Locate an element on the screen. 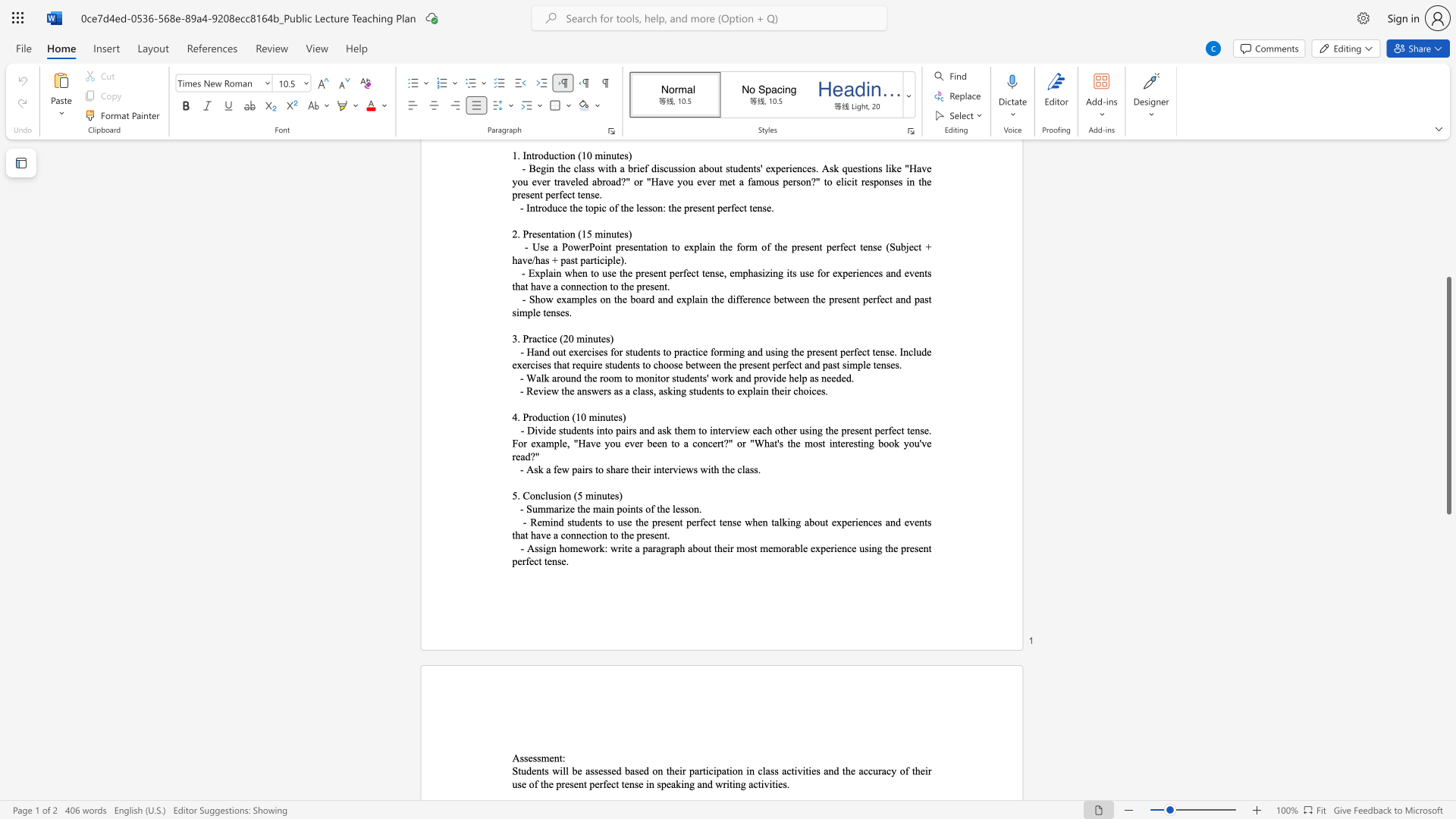  the 1th character "." in the text is located at coordinates (699, 509).